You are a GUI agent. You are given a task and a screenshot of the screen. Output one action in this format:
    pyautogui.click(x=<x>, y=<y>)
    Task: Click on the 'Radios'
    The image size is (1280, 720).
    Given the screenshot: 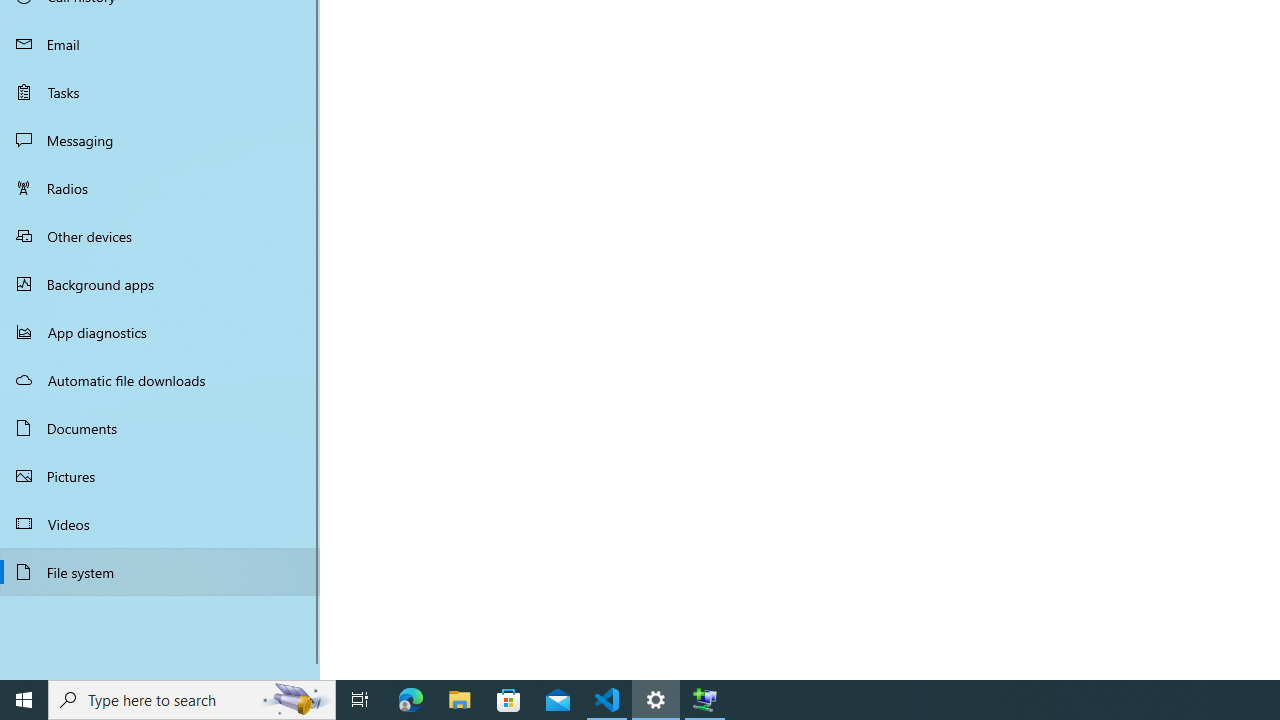 What is the action you would take?
    pyautogui.click(x=160, y=187)
    